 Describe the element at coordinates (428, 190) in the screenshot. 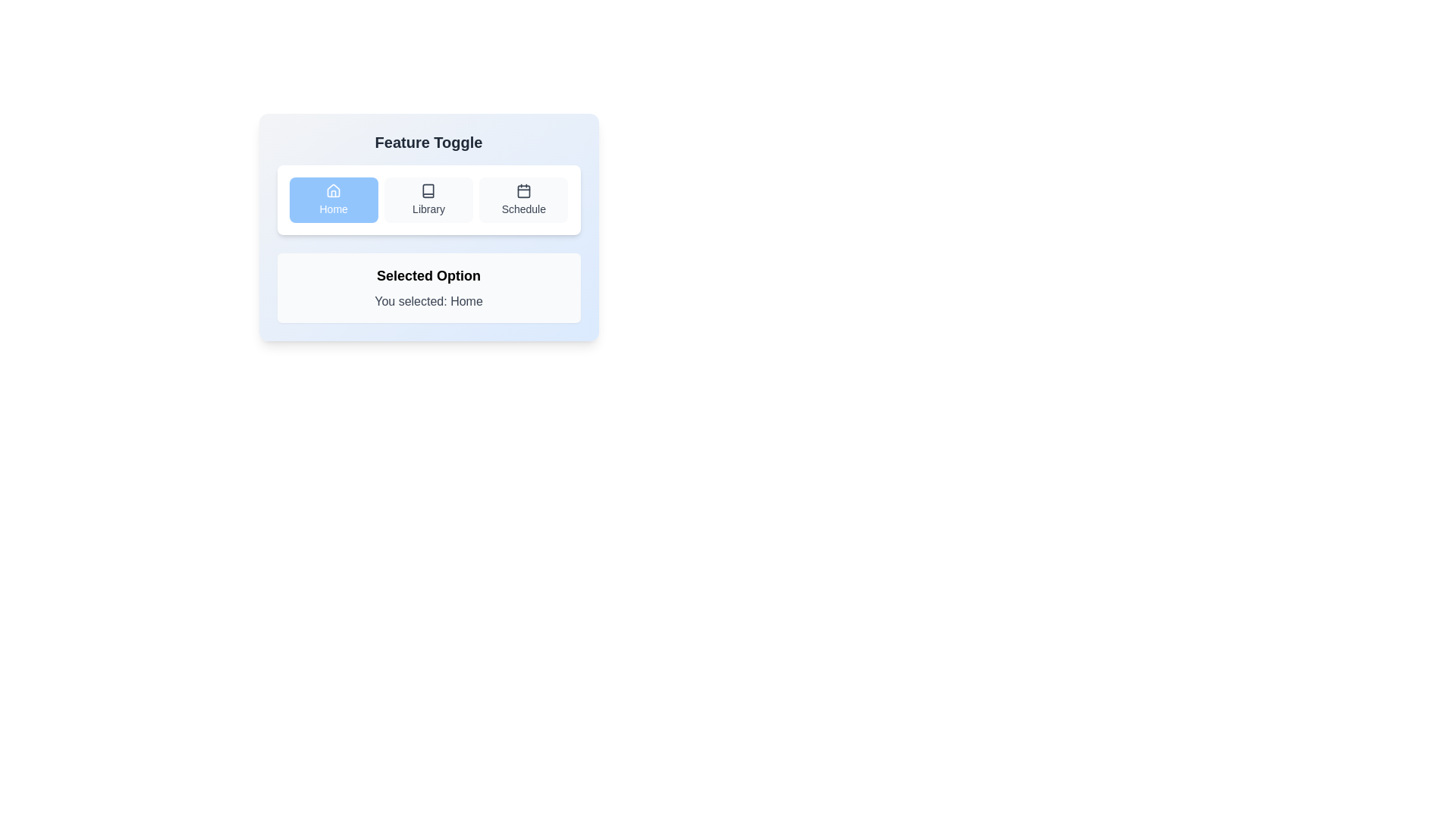

I see `the 'Library' icon, which is a graphical representation of a book's cover and pages, located in the middle section of a three-option toggle interface between the 'Home' and 'Schedule' icons` at that location.